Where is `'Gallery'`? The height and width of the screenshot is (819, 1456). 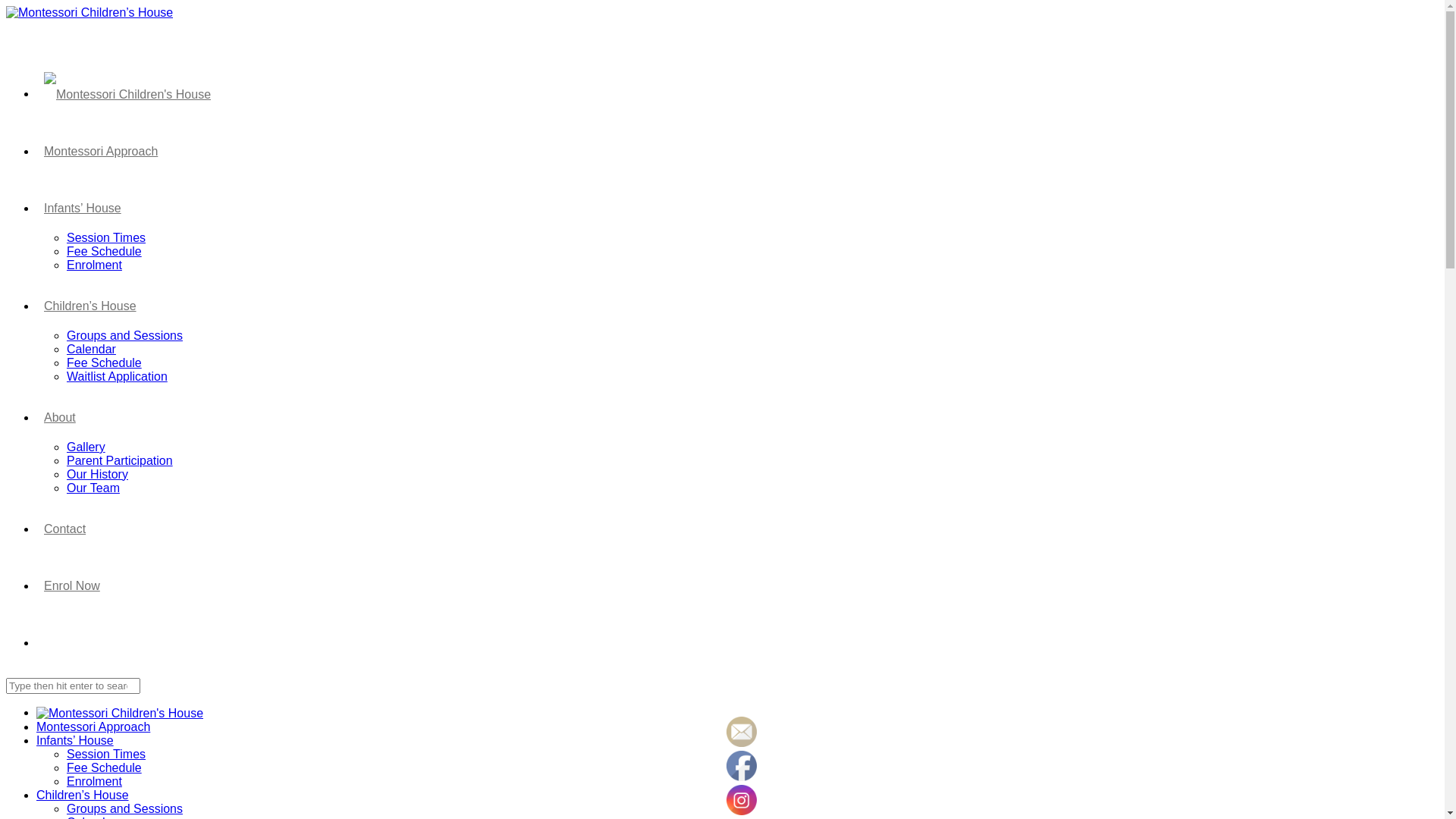
'Gallery' is located at coordinates (85, 446).